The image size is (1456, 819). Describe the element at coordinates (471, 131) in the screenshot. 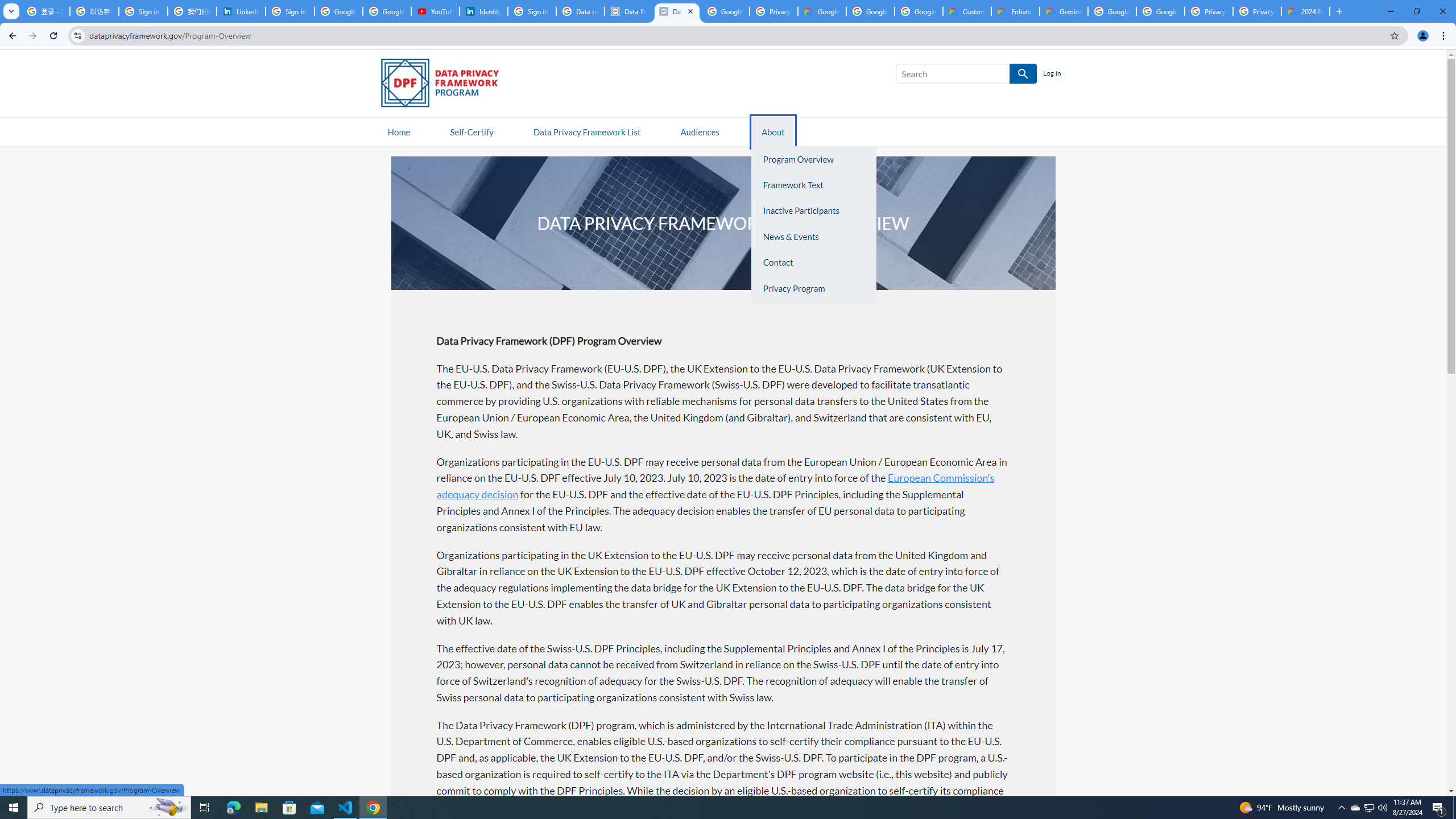

I see `'Self-Certify'` at that location.